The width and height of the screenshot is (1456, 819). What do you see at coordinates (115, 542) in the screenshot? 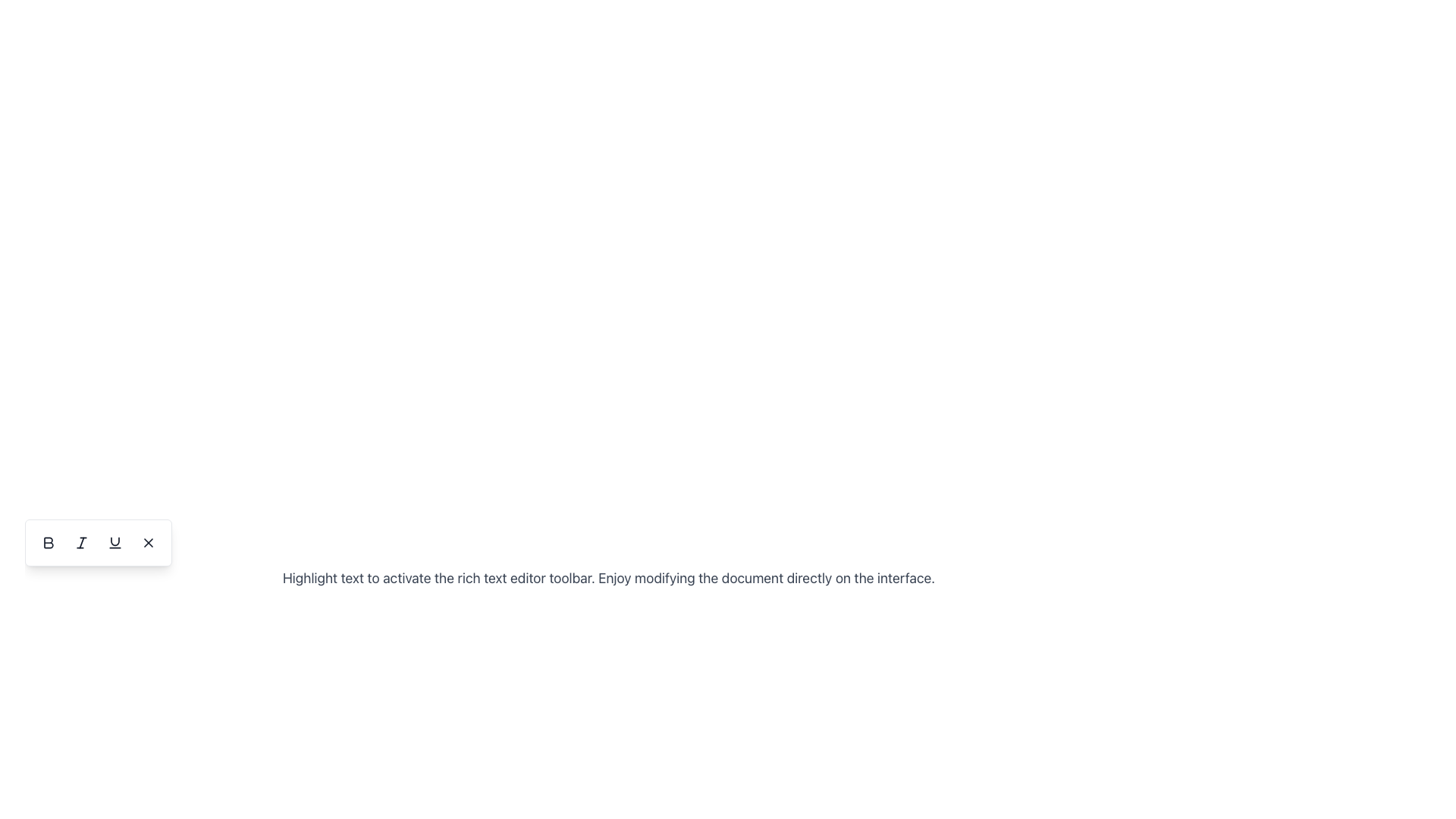
I see `the small dark gray underline icon located at the bottom center of the floating toolbar for potential additional interactions` at bounding box center [115, 542].